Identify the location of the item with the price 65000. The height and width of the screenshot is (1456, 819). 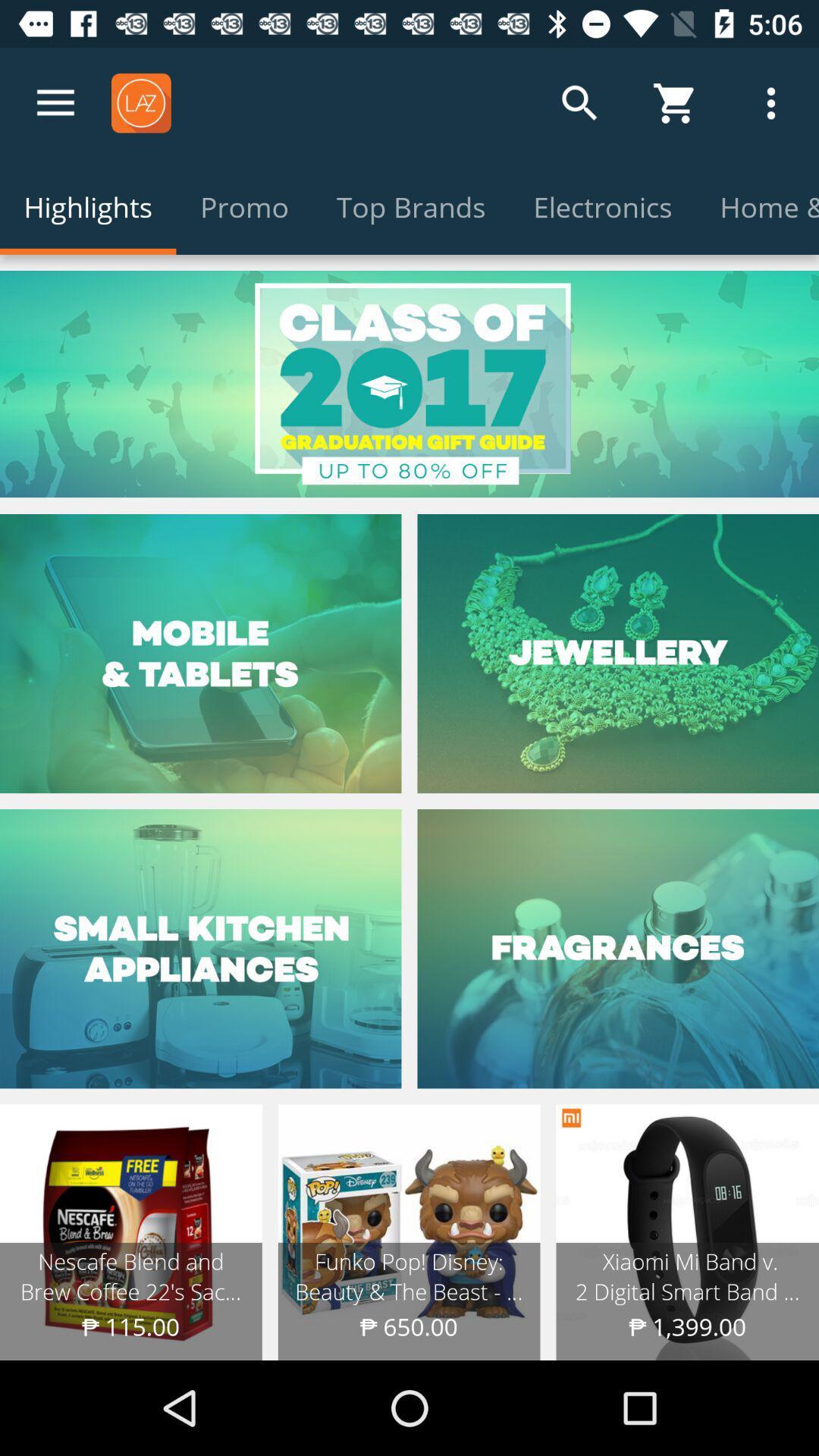
(409, 1232).